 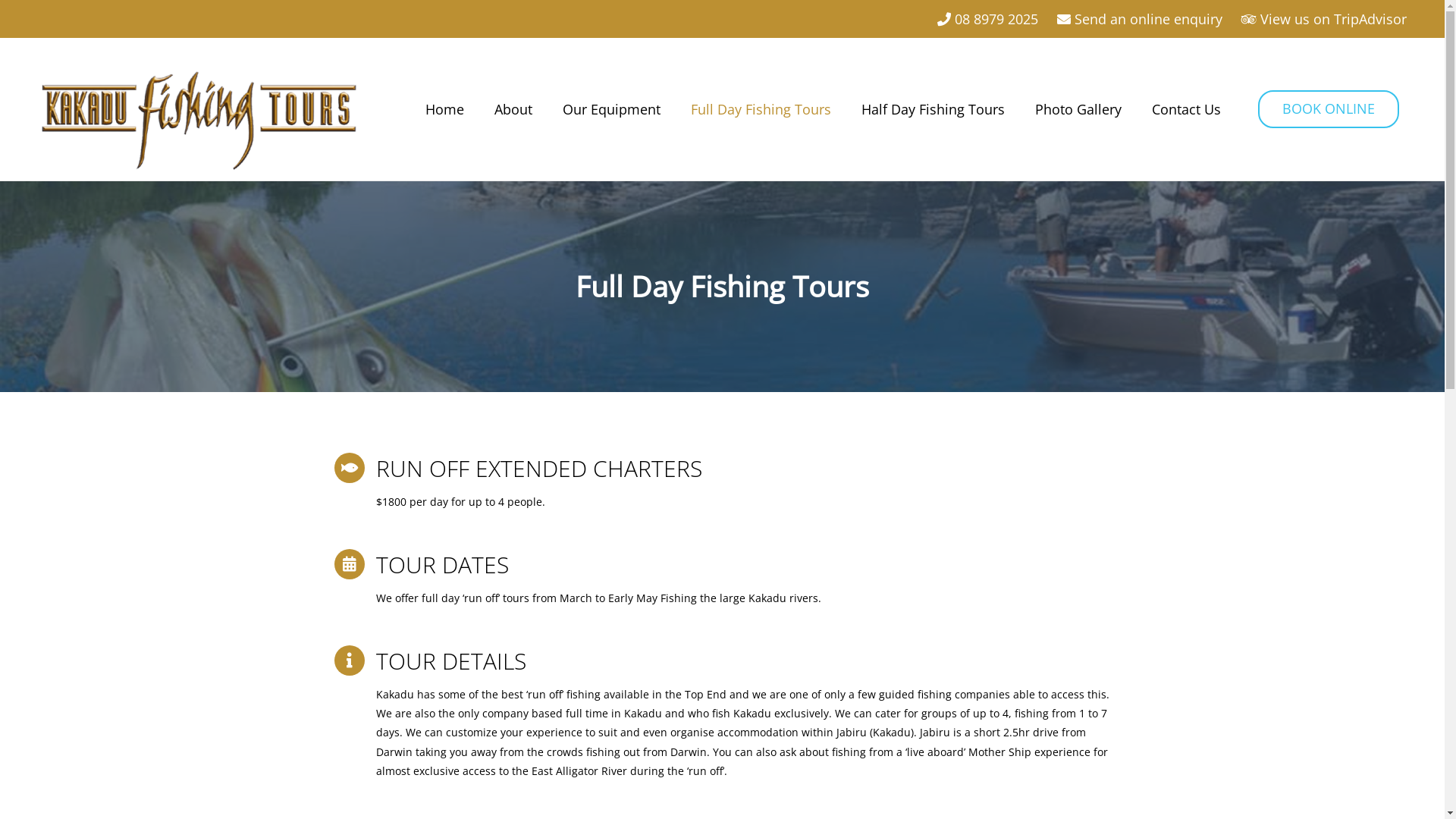 I want to click on 'Photo Gallery', so click(x=1077, y=108).